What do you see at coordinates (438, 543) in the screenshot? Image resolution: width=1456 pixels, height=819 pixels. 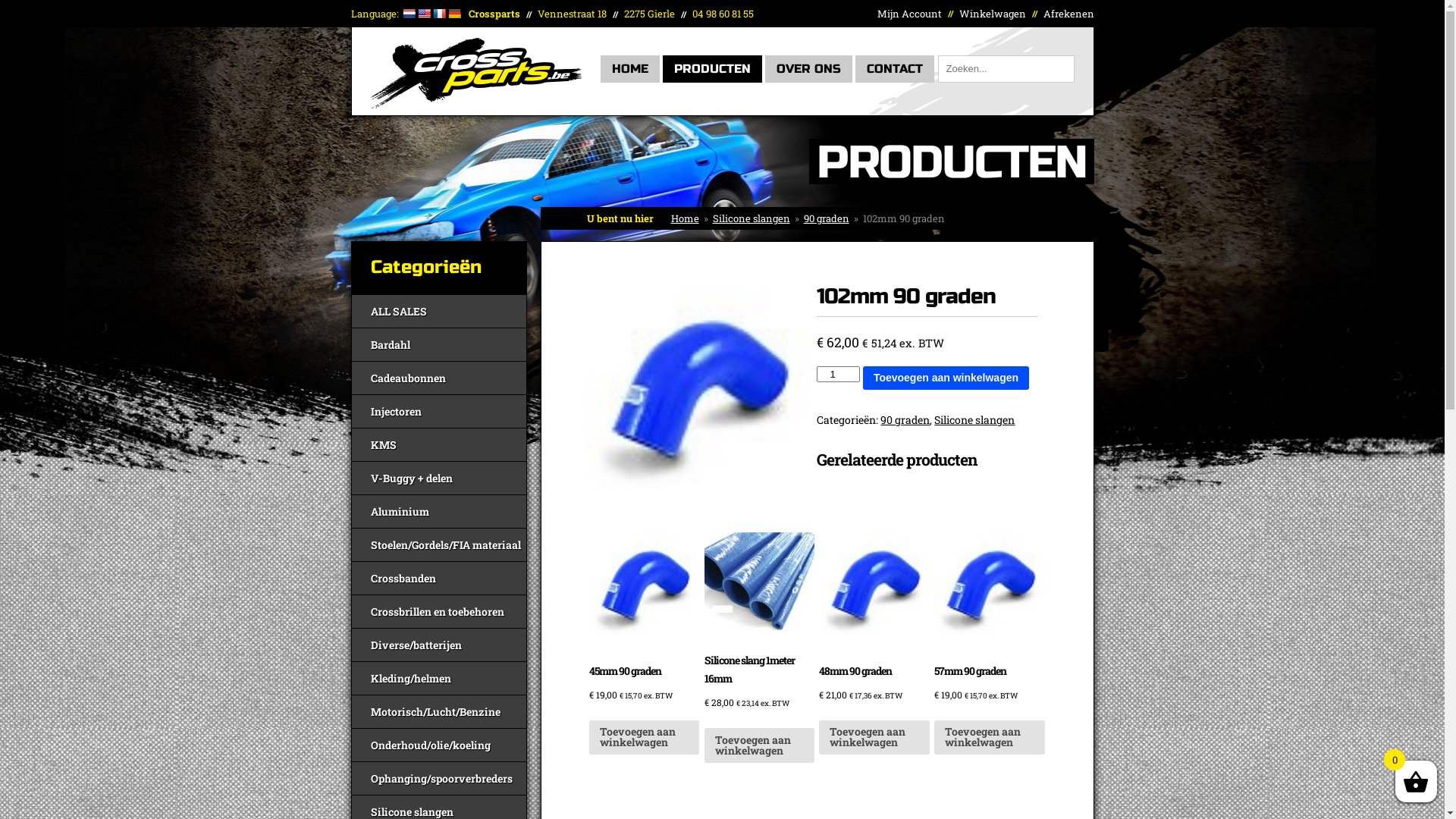 I see `'Stoelen/Gordels/FIA materiaal'` at bounding box center [438, 543].